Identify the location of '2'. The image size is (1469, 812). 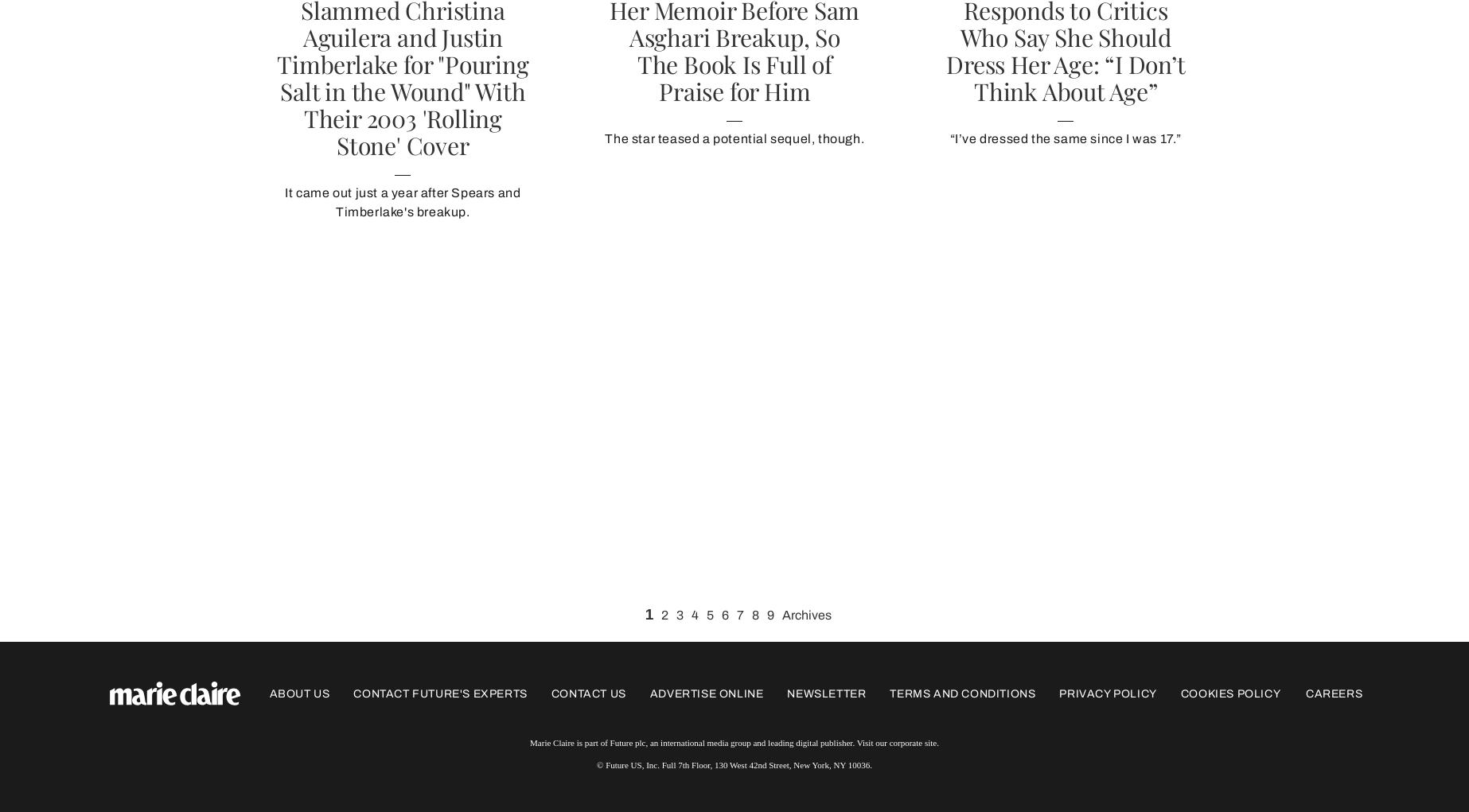
(660, 615).